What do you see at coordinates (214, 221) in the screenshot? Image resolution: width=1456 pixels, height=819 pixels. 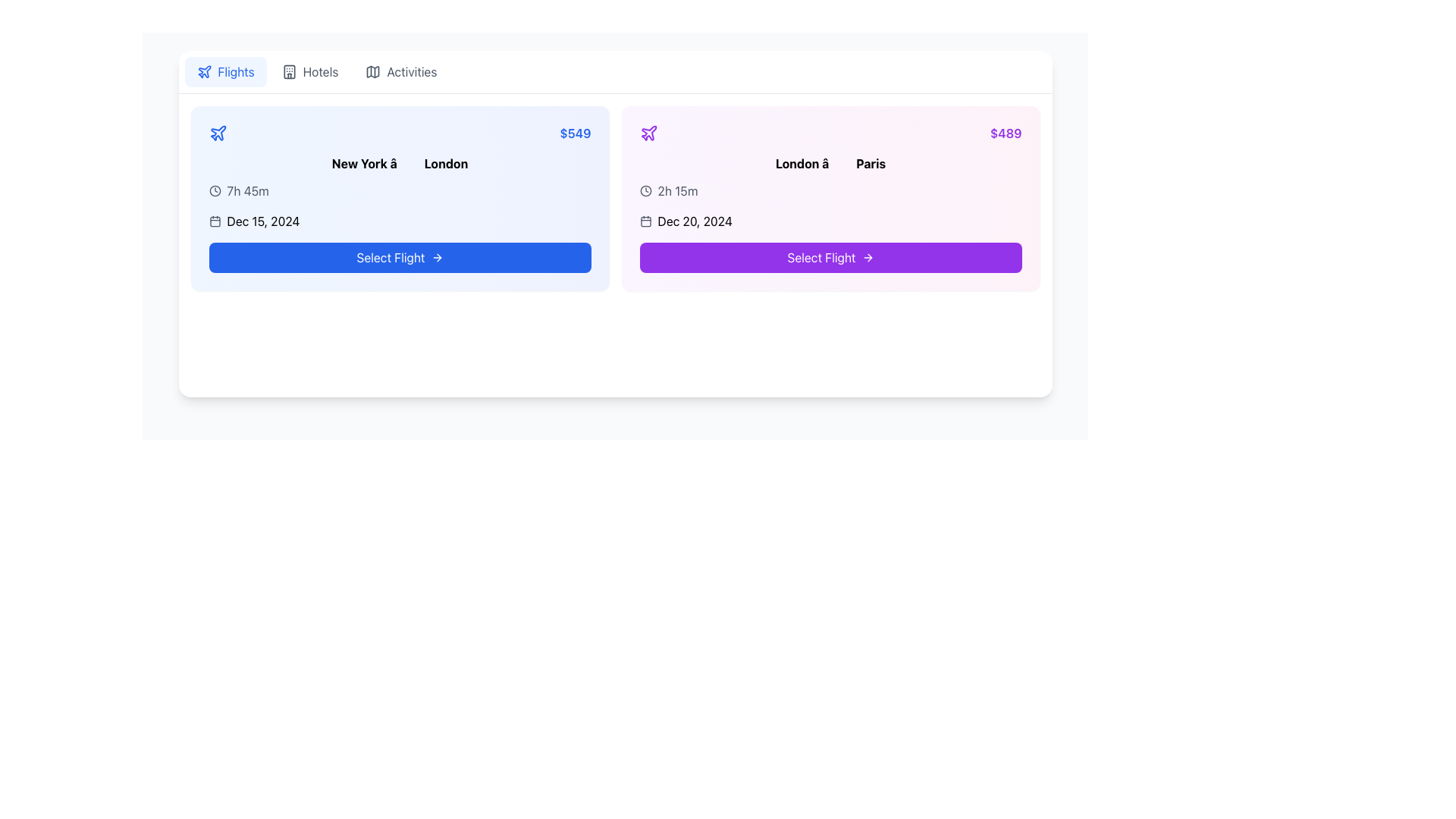 I see `the calendar icon located in the left card of the interface, which indicates the date 'Dec 15, 2024'` at bounding box center [214, 221].